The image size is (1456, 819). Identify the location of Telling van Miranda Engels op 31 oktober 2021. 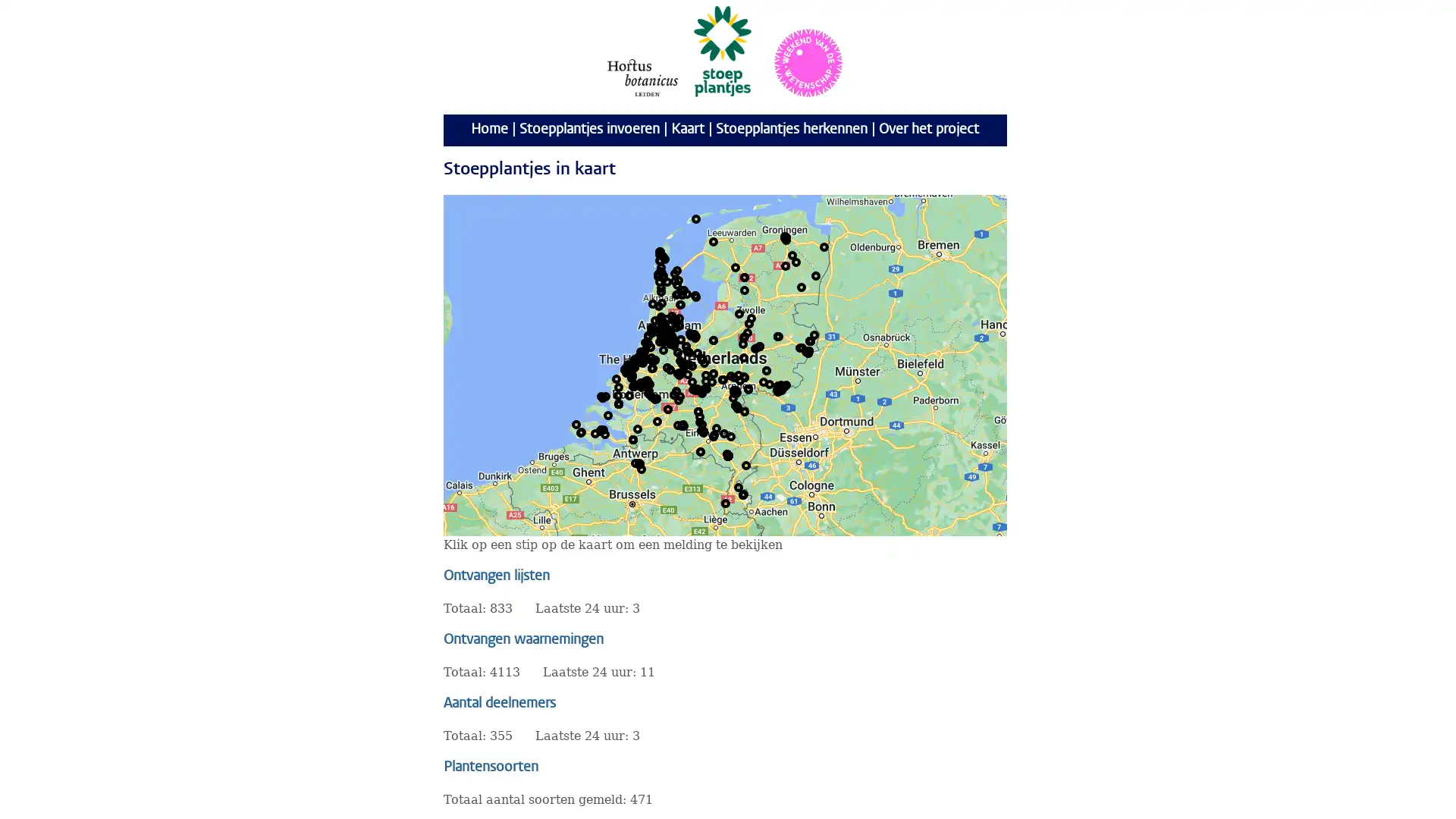
(595, 432).